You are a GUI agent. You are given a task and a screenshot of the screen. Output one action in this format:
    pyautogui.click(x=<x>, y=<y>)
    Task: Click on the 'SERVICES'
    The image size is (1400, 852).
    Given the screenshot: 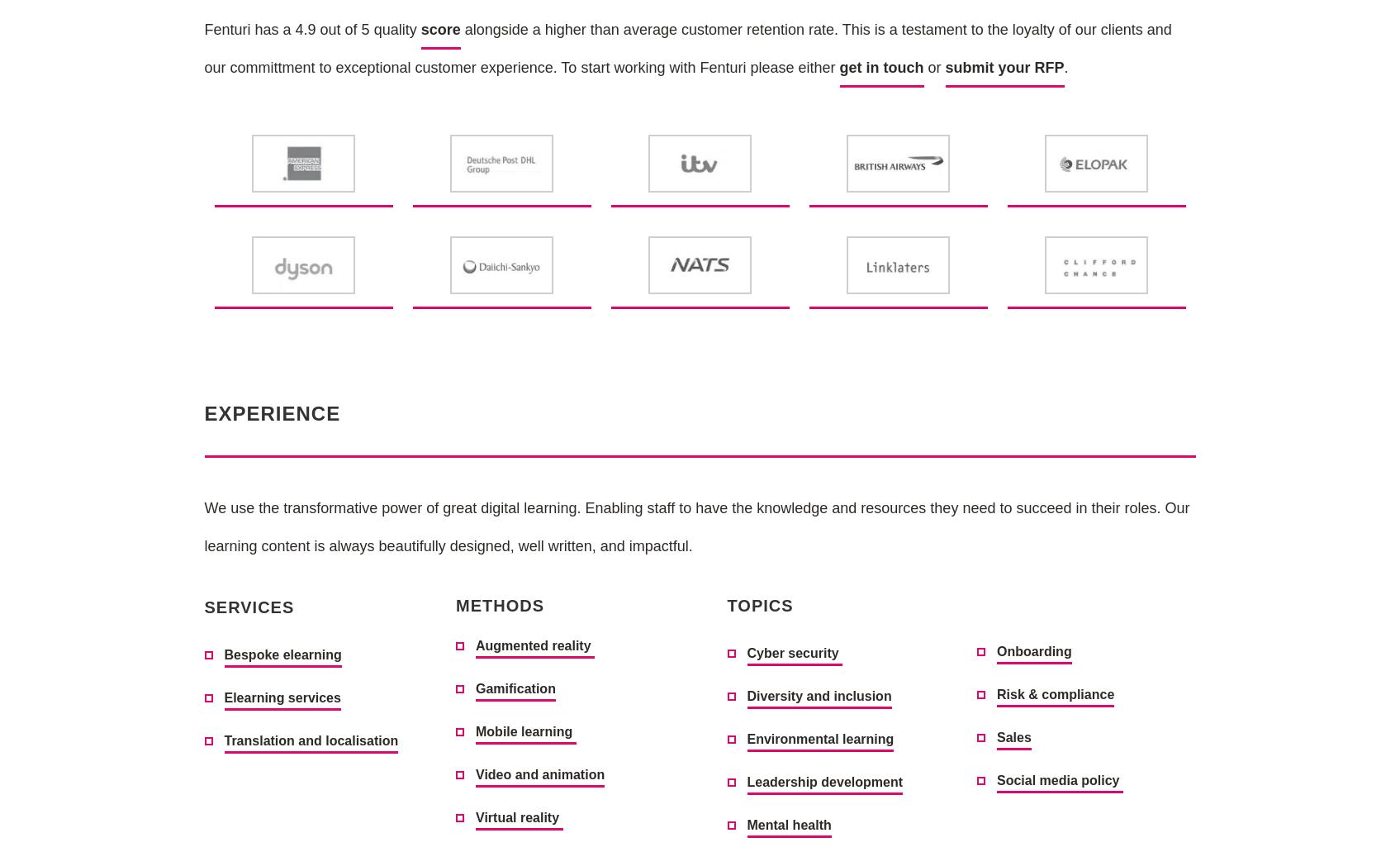 What is the action you would take?
    pyautogui.click(x=249, y=606)
    